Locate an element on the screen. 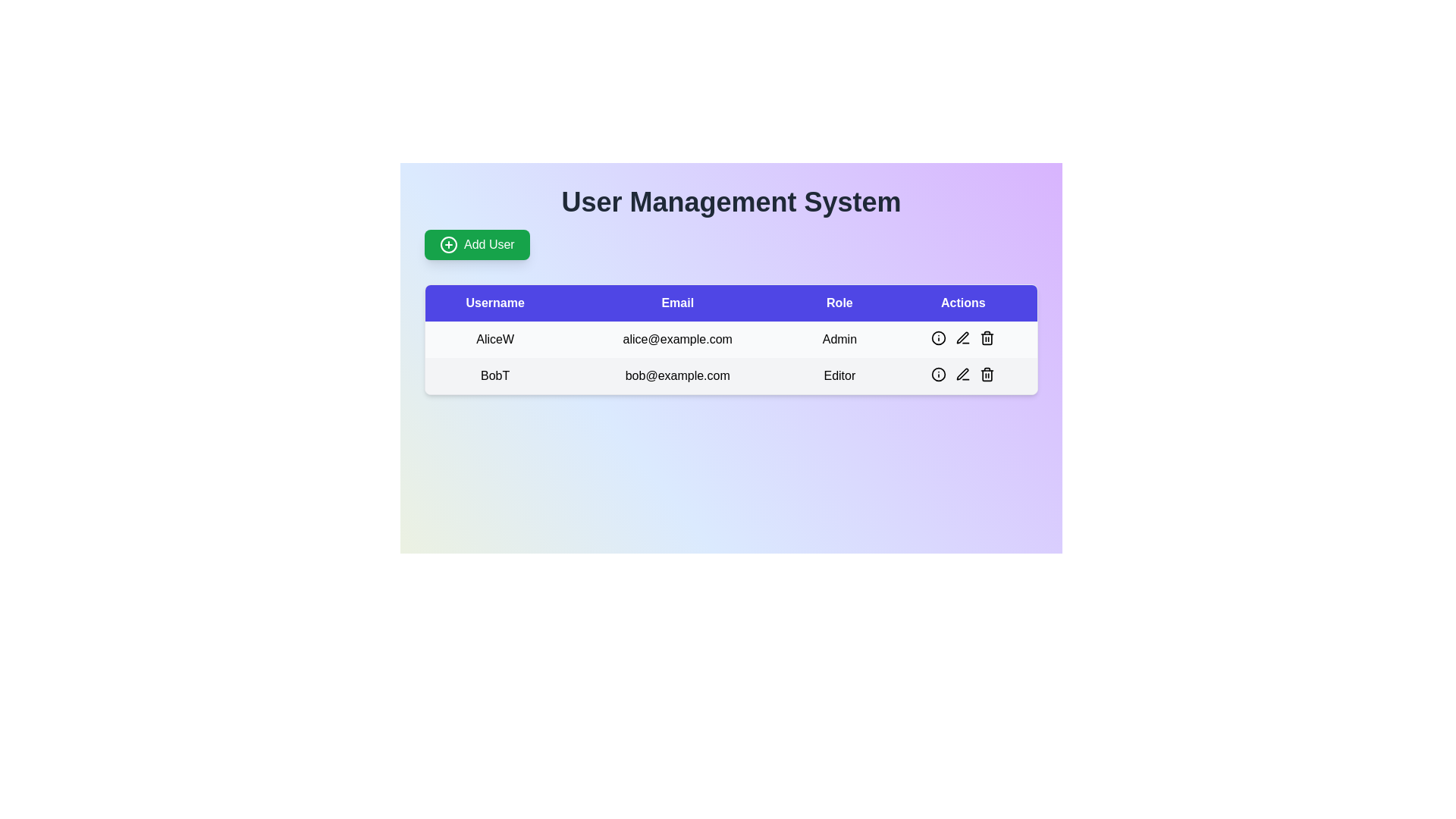  the edit button, which is an icon resembling a pencil located is located at coordinates (962, 337).